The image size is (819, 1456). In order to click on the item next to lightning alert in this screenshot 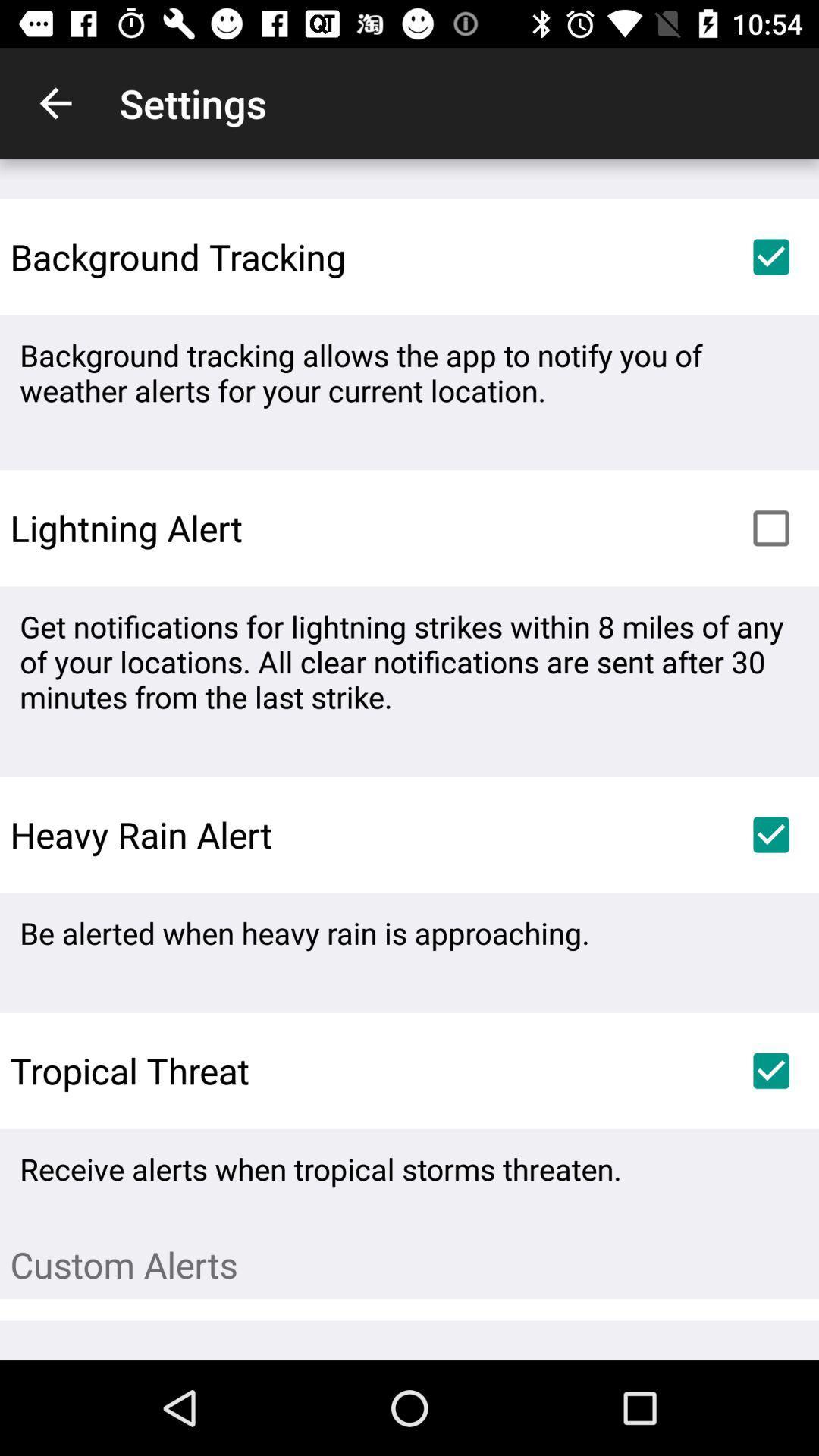, I will do `click(771, 528)`.